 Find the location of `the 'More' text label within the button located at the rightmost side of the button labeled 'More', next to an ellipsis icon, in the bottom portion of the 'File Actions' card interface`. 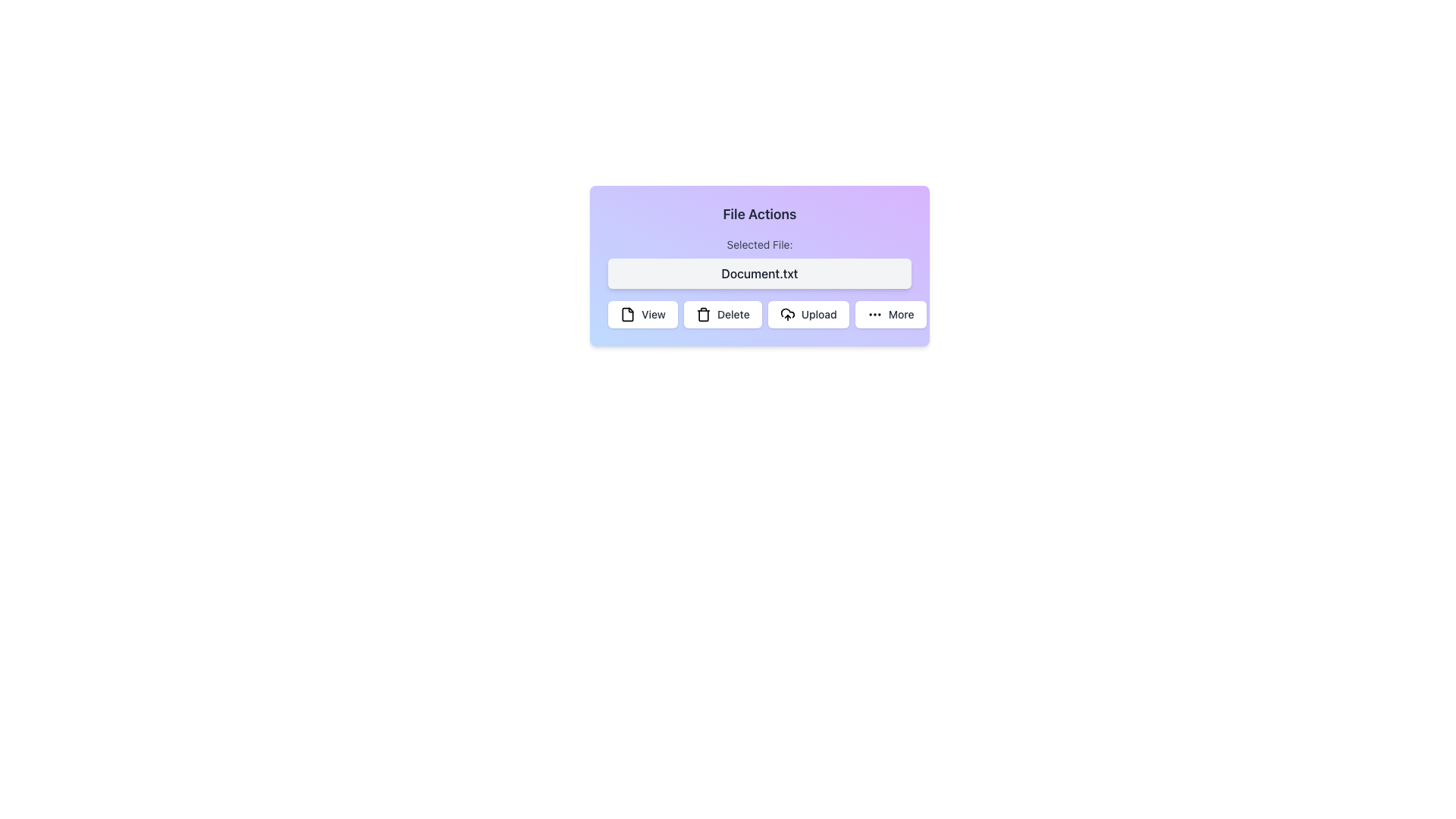

the 'More' text label within the button located at the rightmost side of the button labeled 'More', next to an ellipsis icon, in the bottom portion of the 'File Actions' card interface is located at coordinates (901, 314).